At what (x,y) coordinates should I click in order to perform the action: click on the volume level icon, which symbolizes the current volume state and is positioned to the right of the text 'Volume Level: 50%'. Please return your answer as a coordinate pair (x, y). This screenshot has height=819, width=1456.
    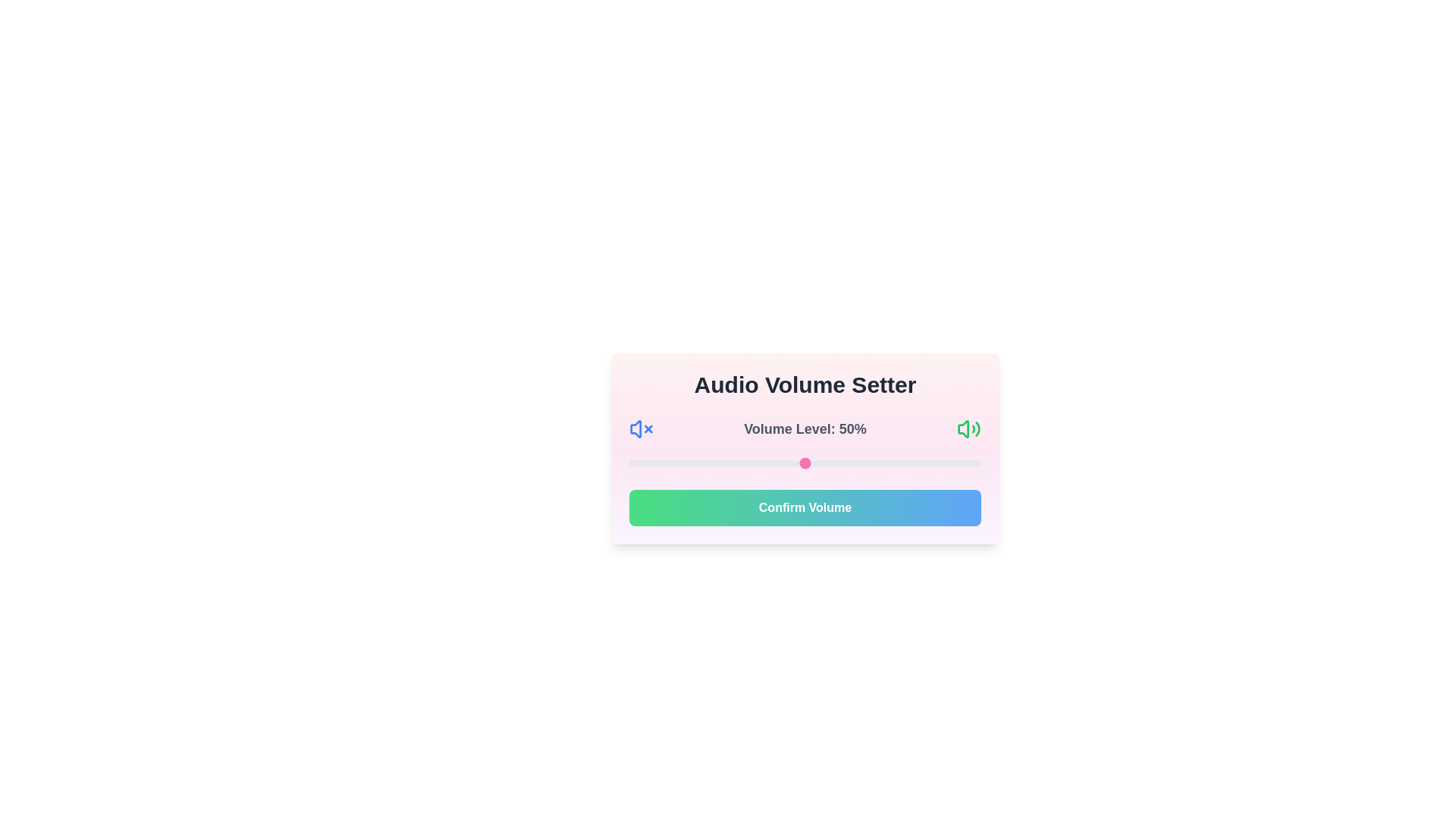
    Looking at the image, I should click on (968, 429).